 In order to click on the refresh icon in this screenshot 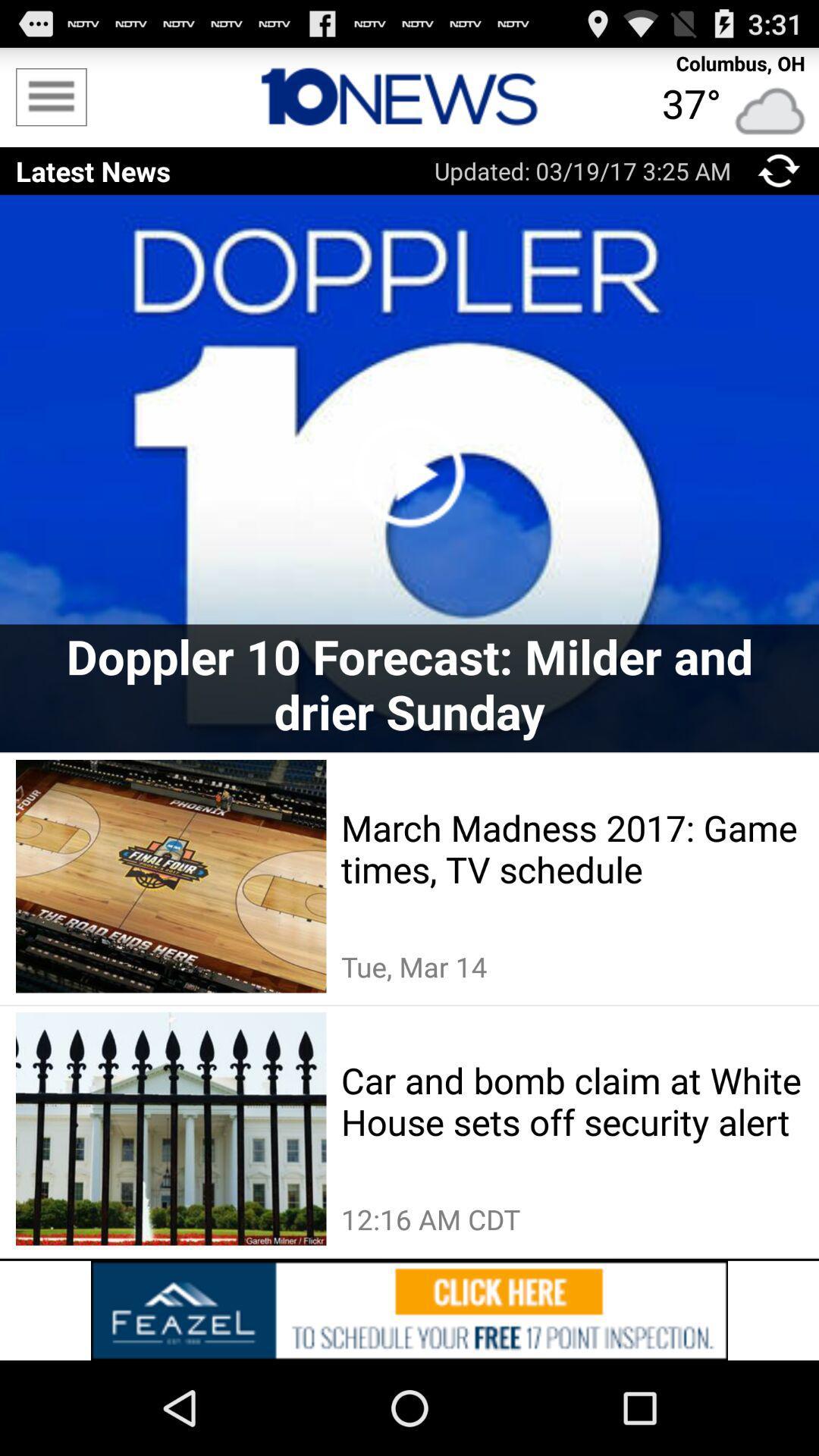, I will do `click(779, 182)`.